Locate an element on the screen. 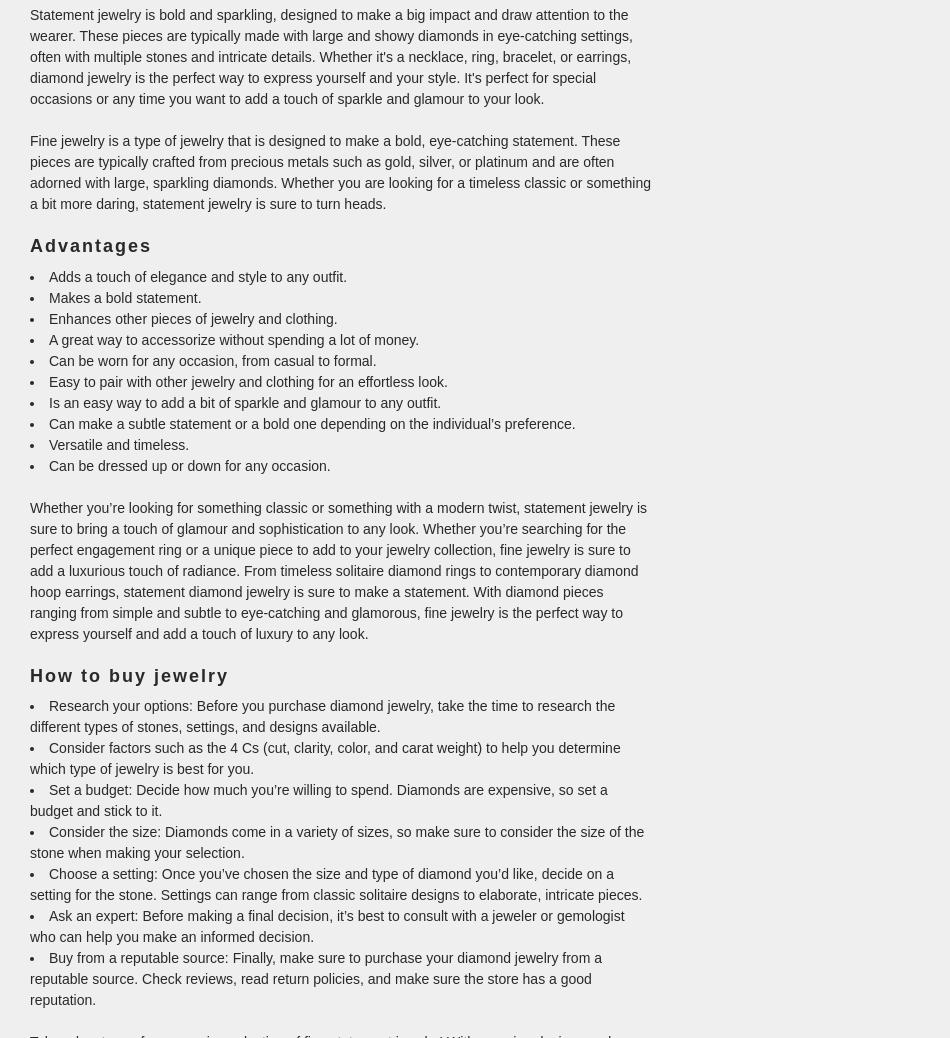 The image size is (950, 1038). 'Enhances other pieces of jewelry and clothing.' is located at coordinates (193, 318).